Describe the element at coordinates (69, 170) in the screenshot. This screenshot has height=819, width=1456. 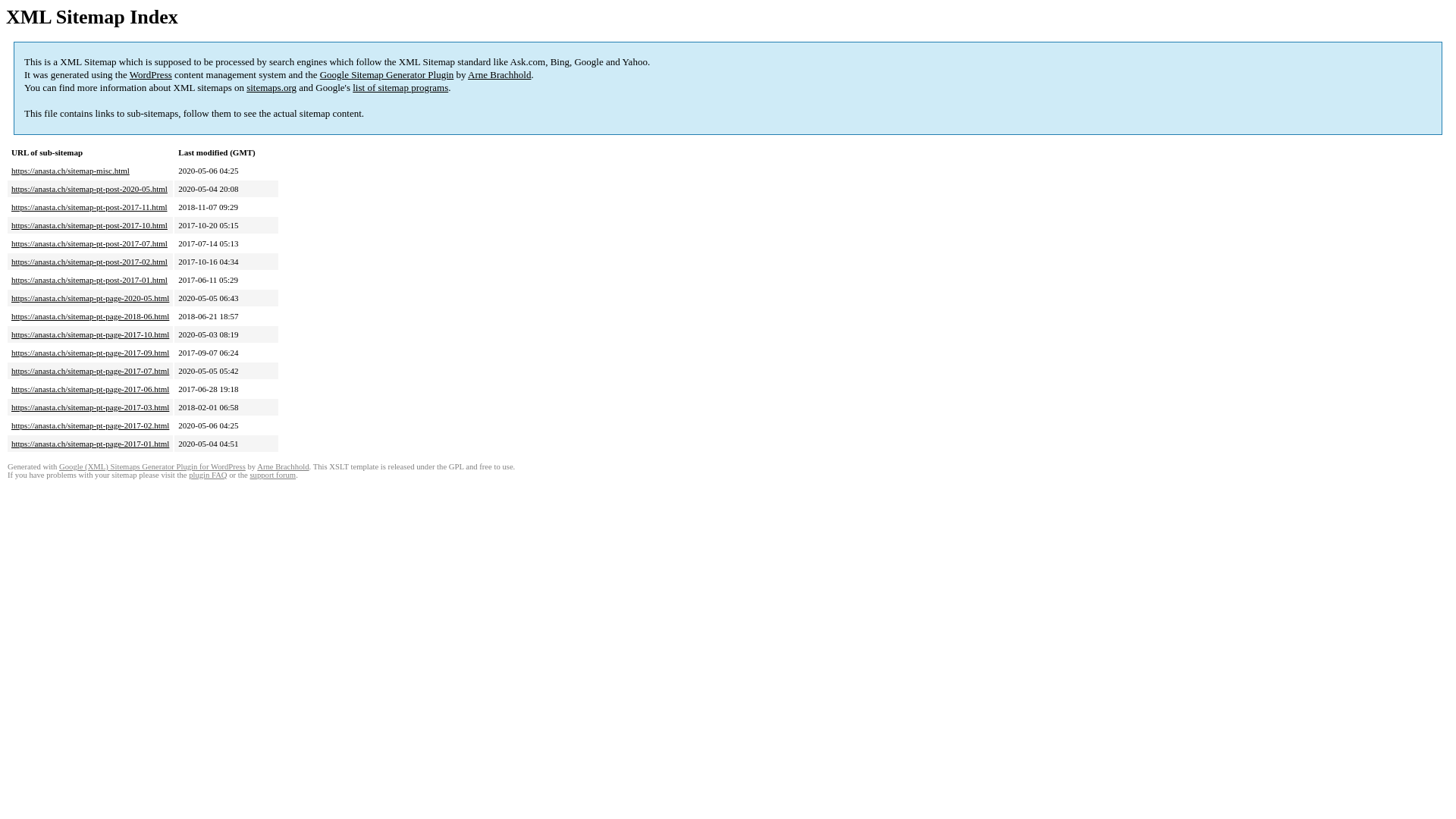
I see `'https://anasta.ch/sitemap-misc.html'` at that location.